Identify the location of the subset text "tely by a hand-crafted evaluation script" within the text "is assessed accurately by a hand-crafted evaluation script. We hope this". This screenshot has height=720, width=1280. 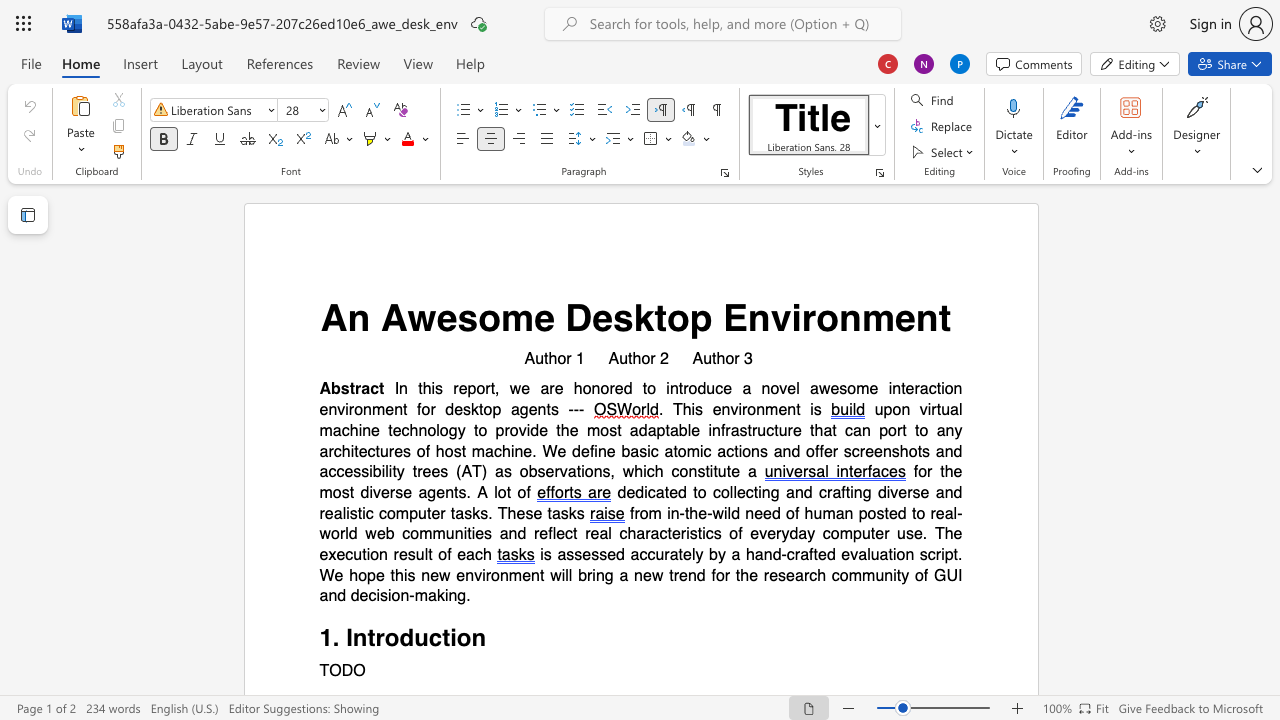
(678, 555).